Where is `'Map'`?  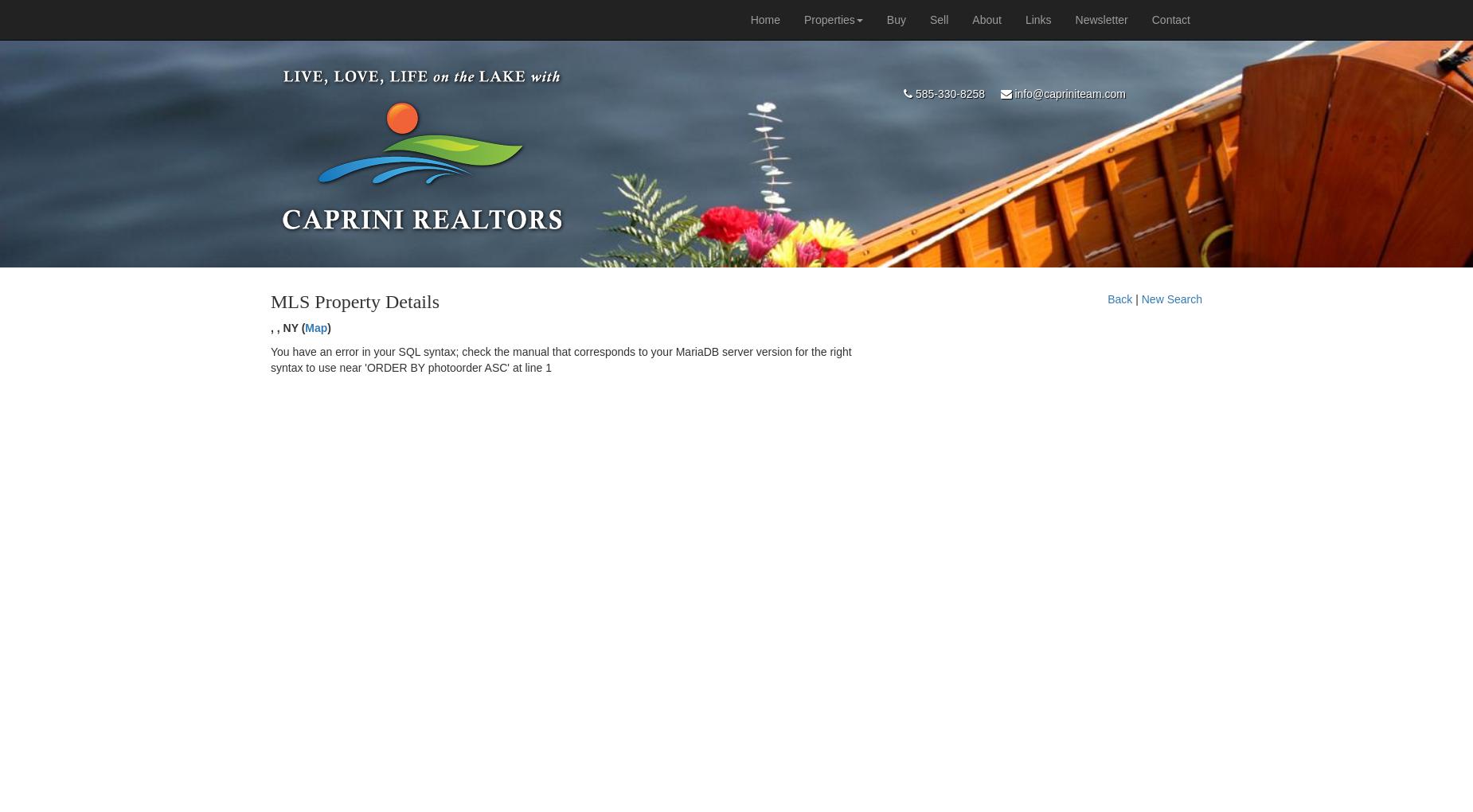
'Map' is located at coordinates (315, 327).